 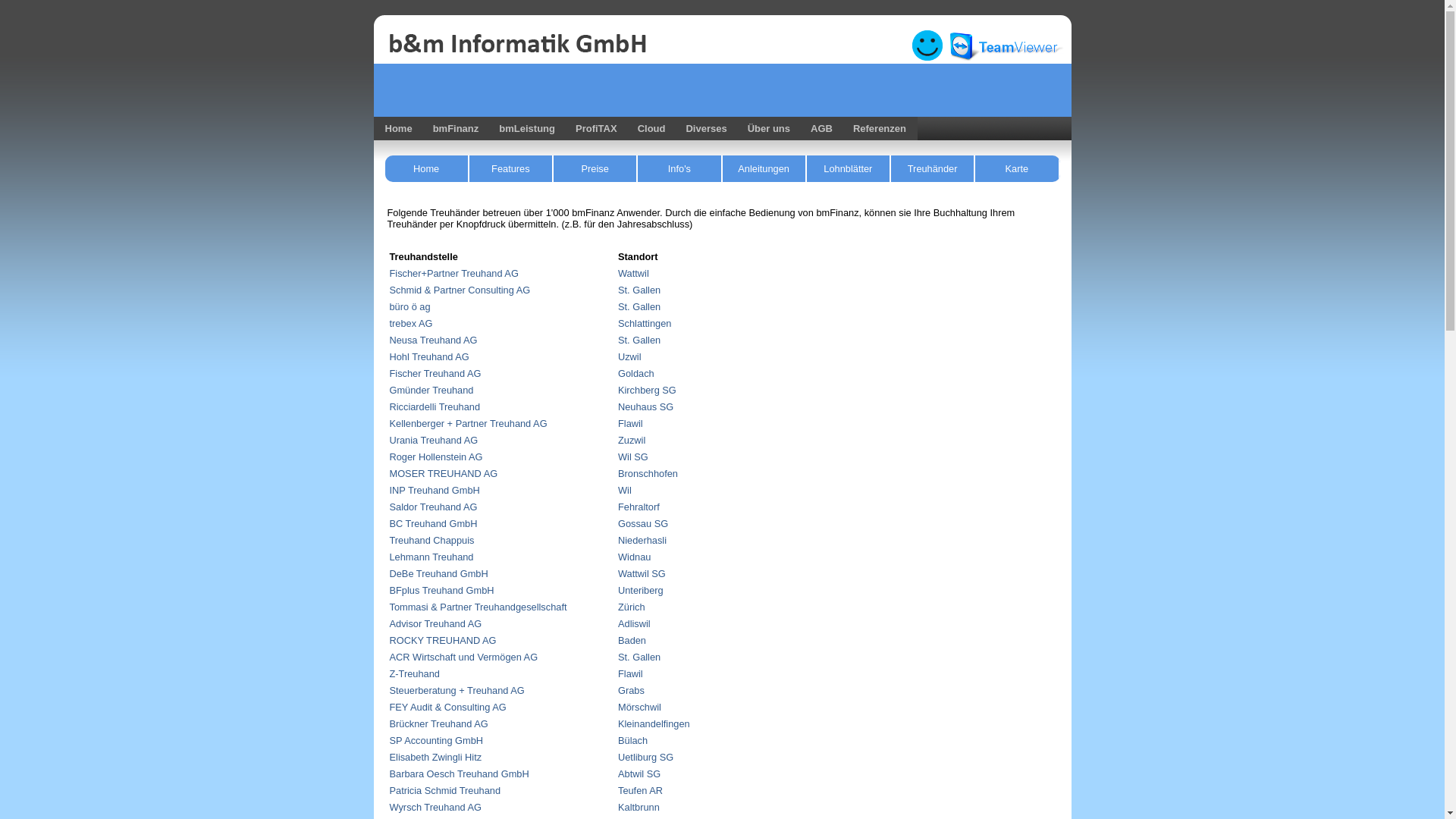 I want to click on 'Goldach', so click(x=636, y=373).